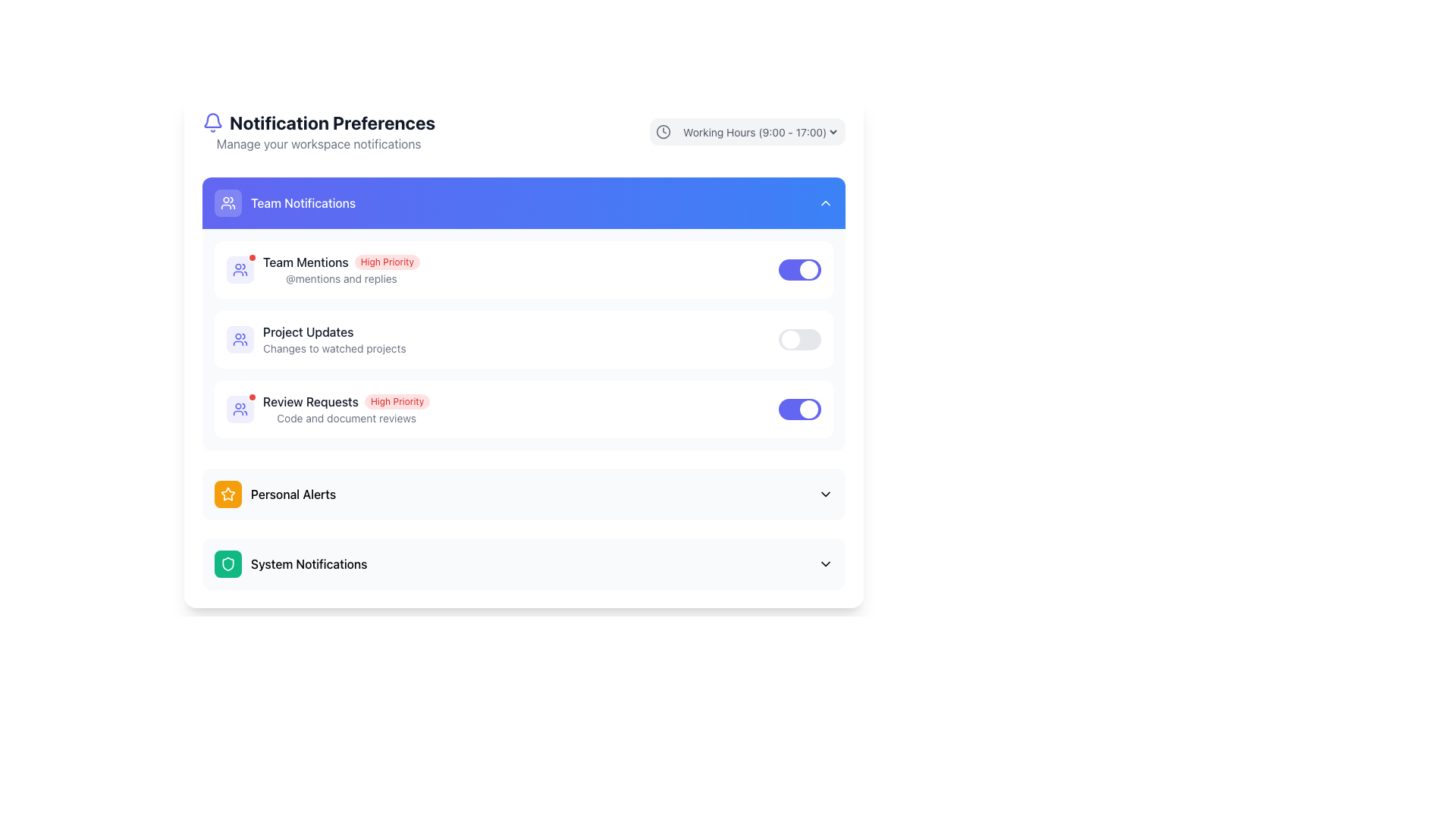 The width and height of the screenshot is (1456, 819). What do you see at coordinates (346, 409) in the screenshot?
I see `the 'Review Requests' notification text element, which has a bold title and a red background` at bounding box center [346, 409].